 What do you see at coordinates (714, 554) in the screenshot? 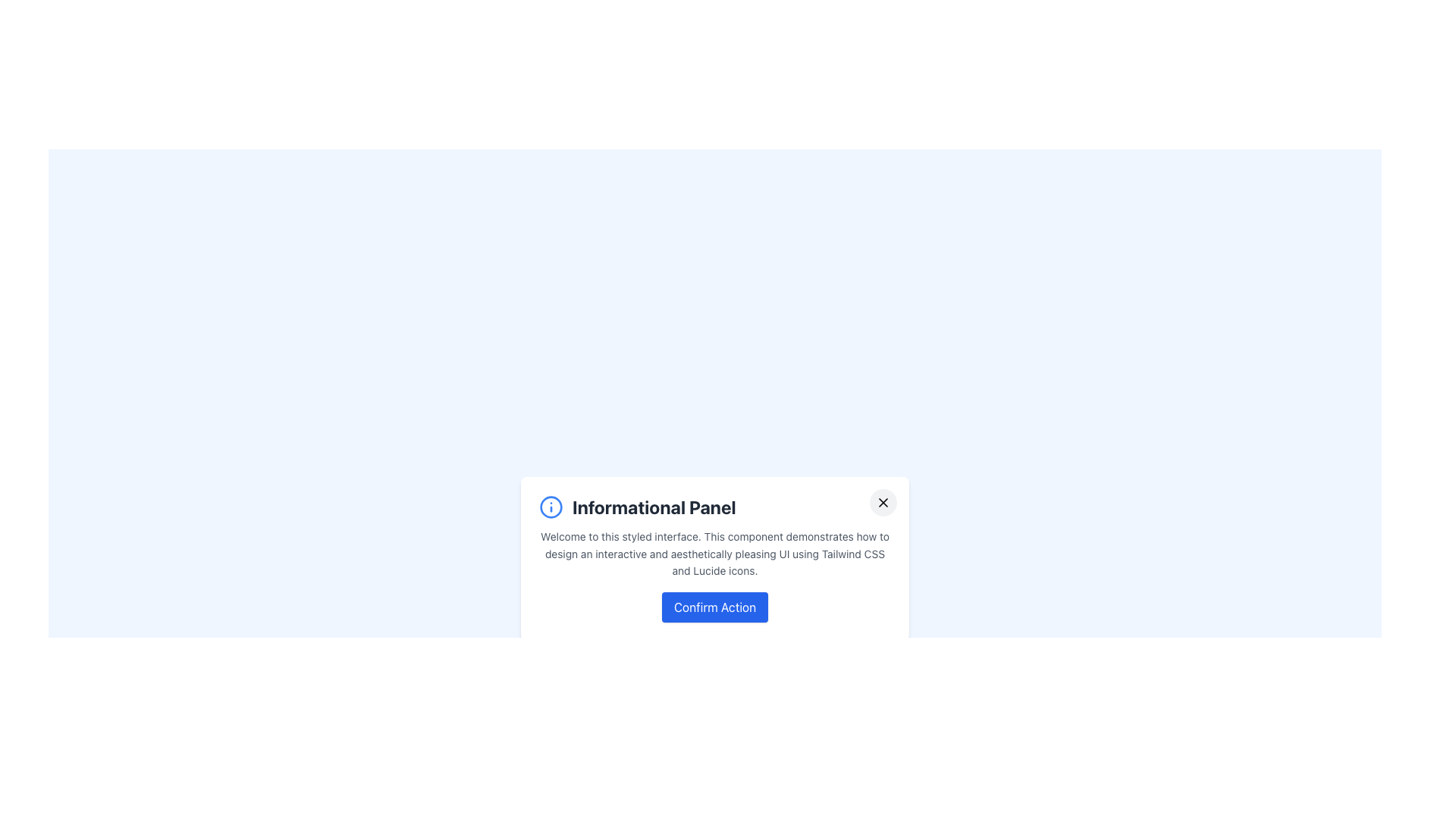
I see `the informational text component located within the 'Informational Panel', which provides details about the interface features` at bounding box center [714, 554].